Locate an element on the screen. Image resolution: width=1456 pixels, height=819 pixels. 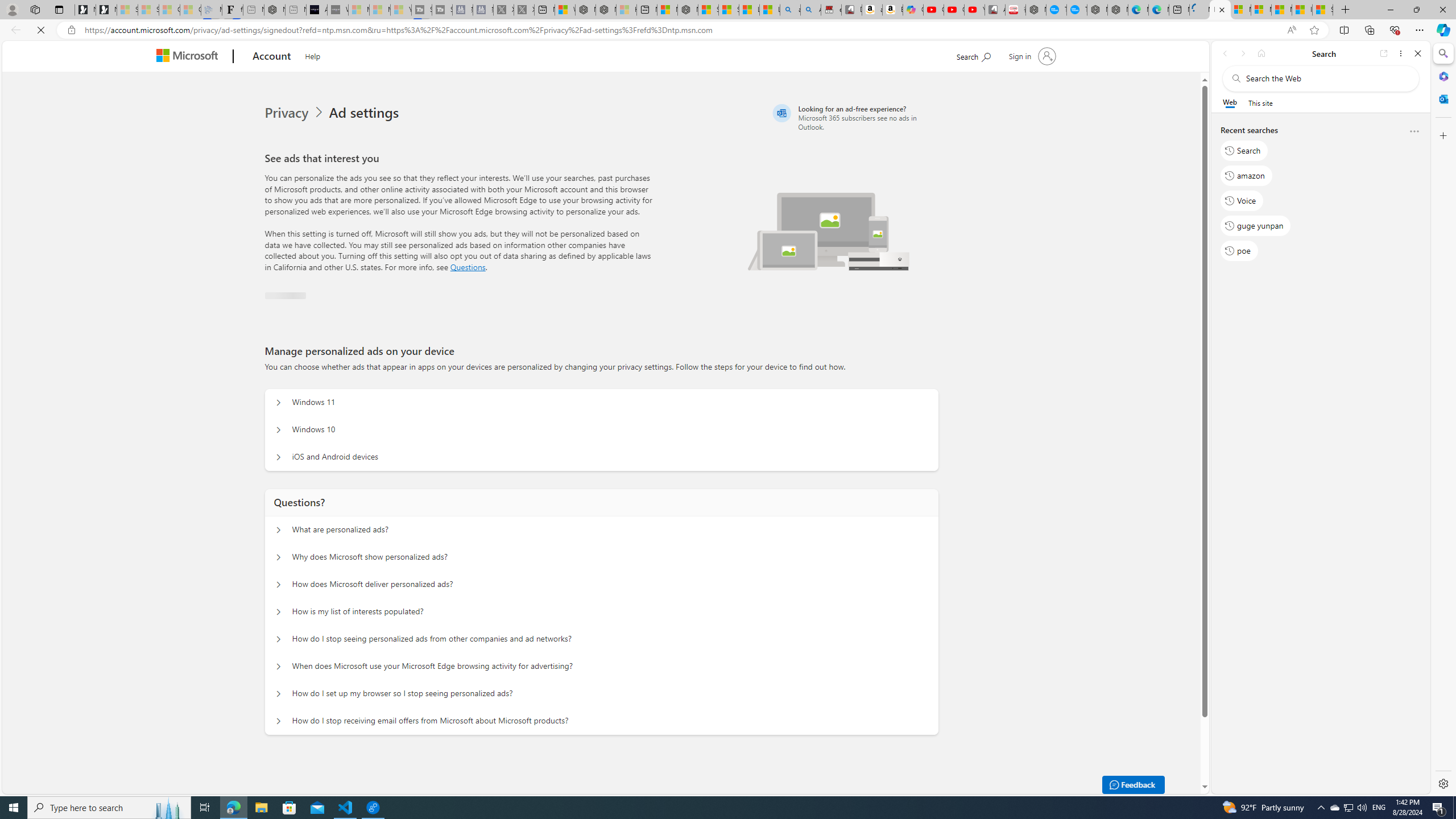
'New tab - Sleeping' is located at coordinates (295, 9).